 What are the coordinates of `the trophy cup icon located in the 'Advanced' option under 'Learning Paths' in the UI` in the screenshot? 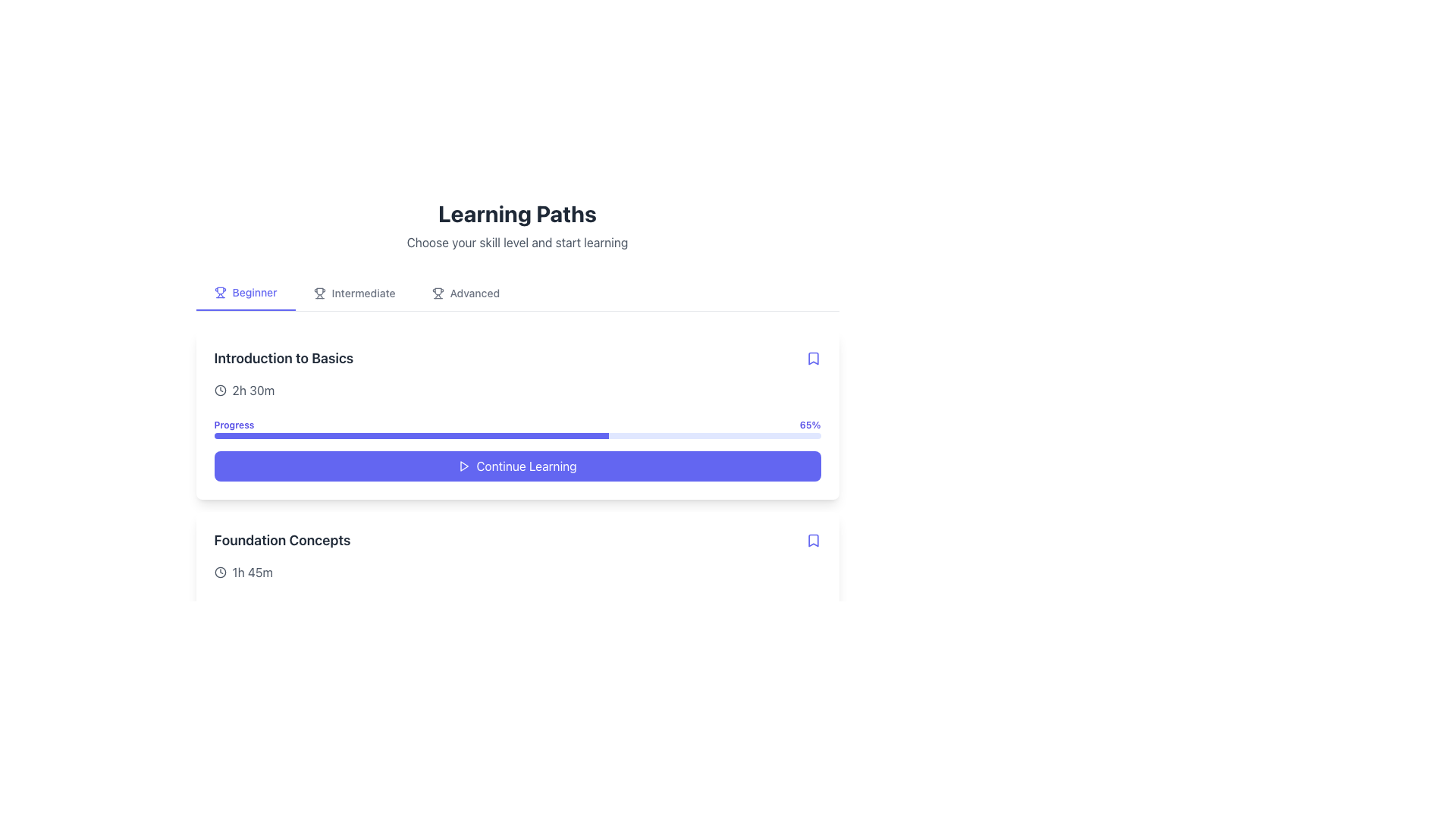 It's located at (437, 291).